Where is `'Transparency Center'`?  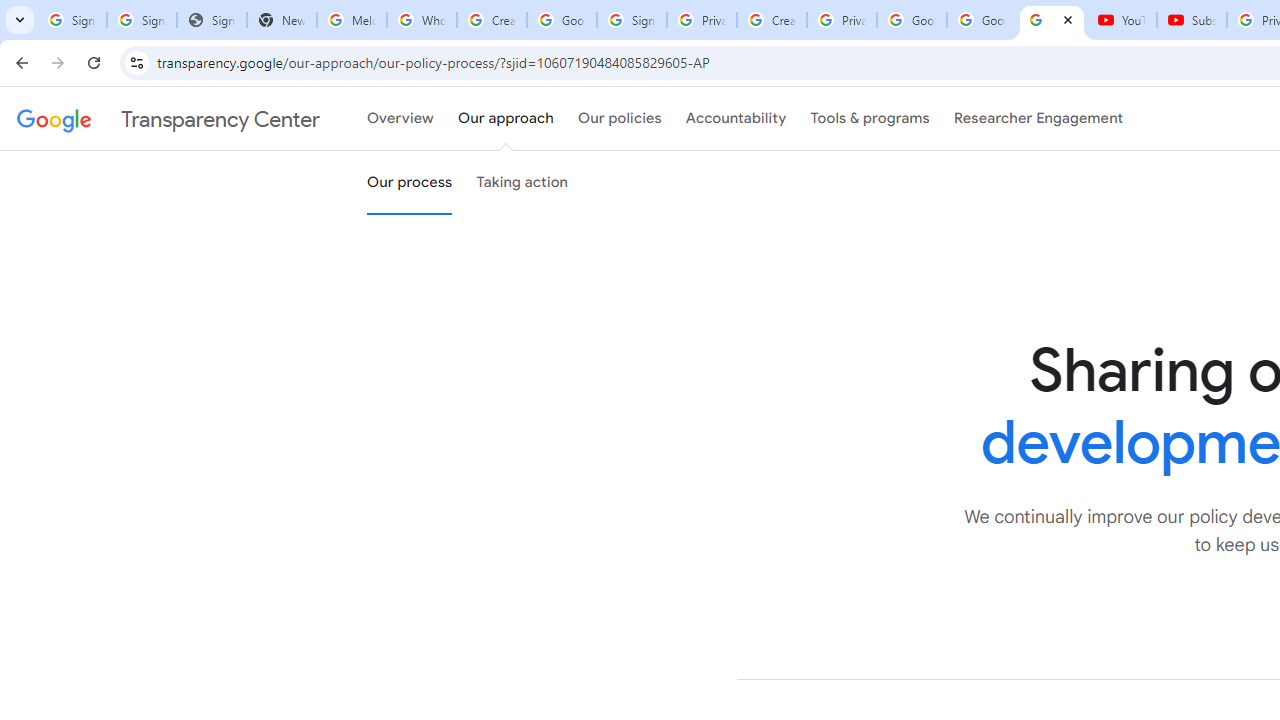
'Transparency Center' is located at coordinates (168, 119).